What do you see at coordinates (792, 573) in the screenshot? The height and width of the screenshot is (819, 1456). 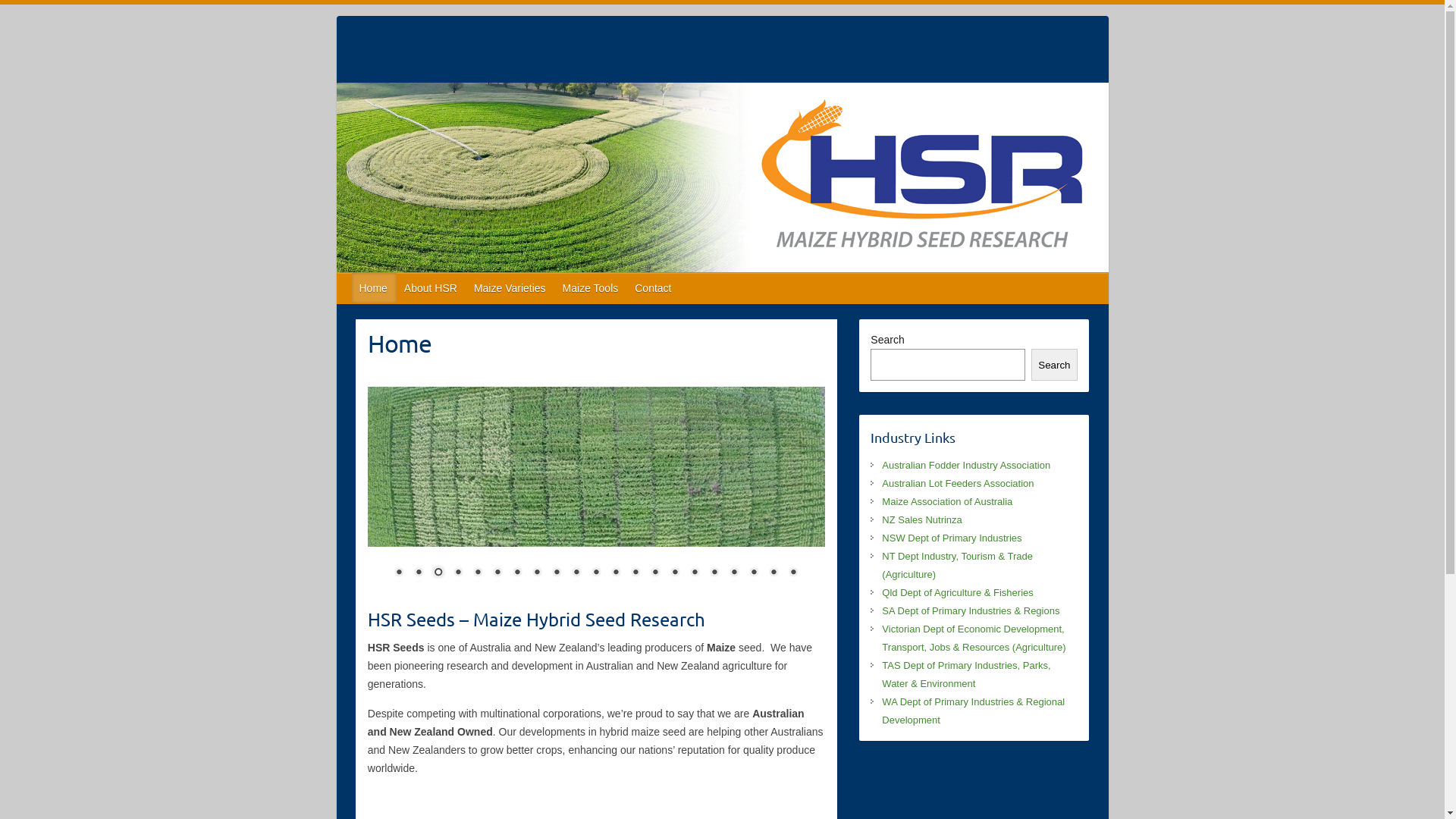 I see `'21'` at bounding box center [792, 573].